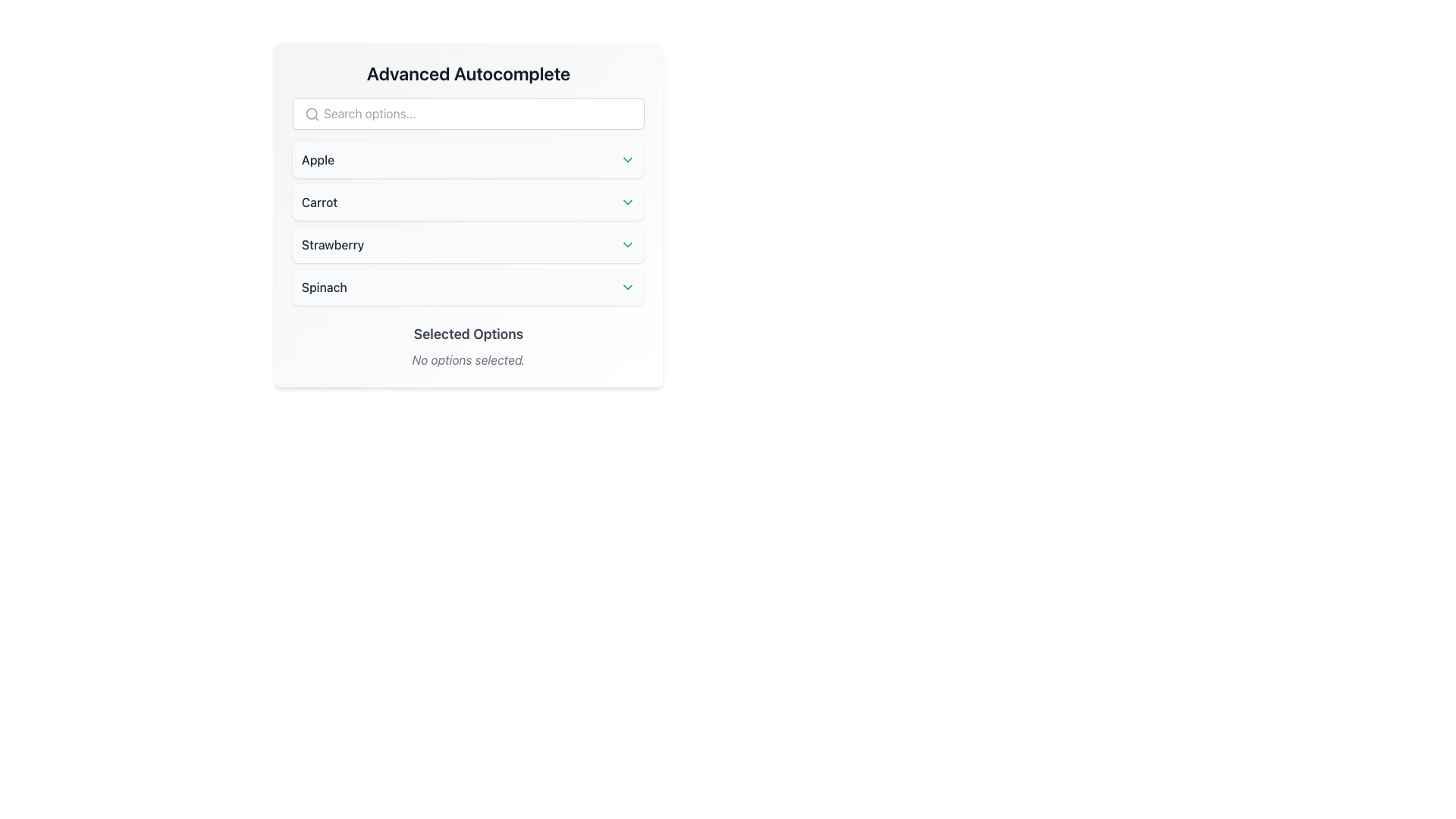 The height and width of the screenshot is (819, 1456). Describe the element at coordinates (312, 113) in the screenshot. I see `the gray search icon represented by a magnifying glass symbol, located on the left side of the 'Search options' text input field below 'Advanced Autocomplete'` at that location.